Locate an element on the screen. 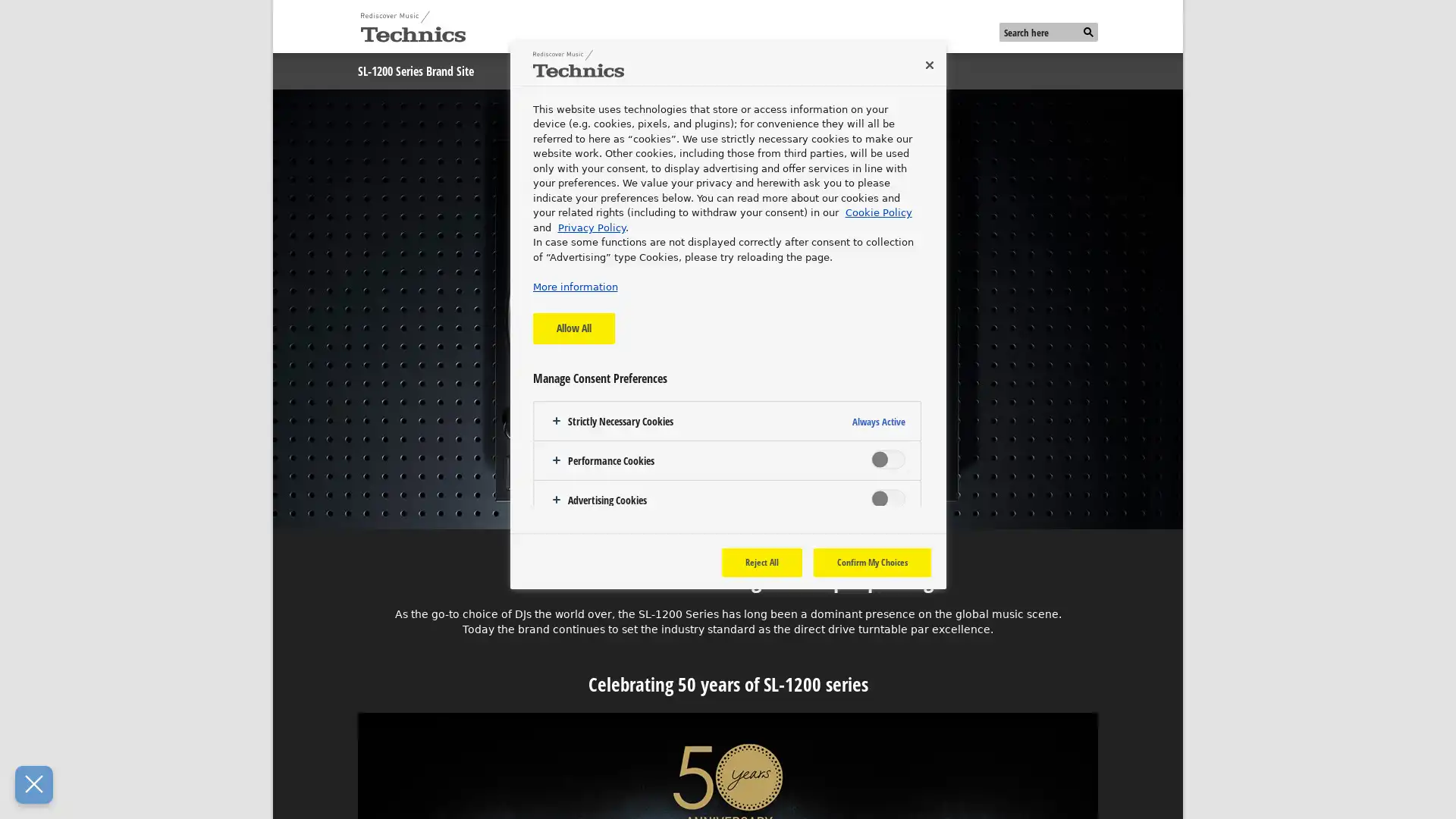  Advertising Cookies is located at coordinates (726, 500).